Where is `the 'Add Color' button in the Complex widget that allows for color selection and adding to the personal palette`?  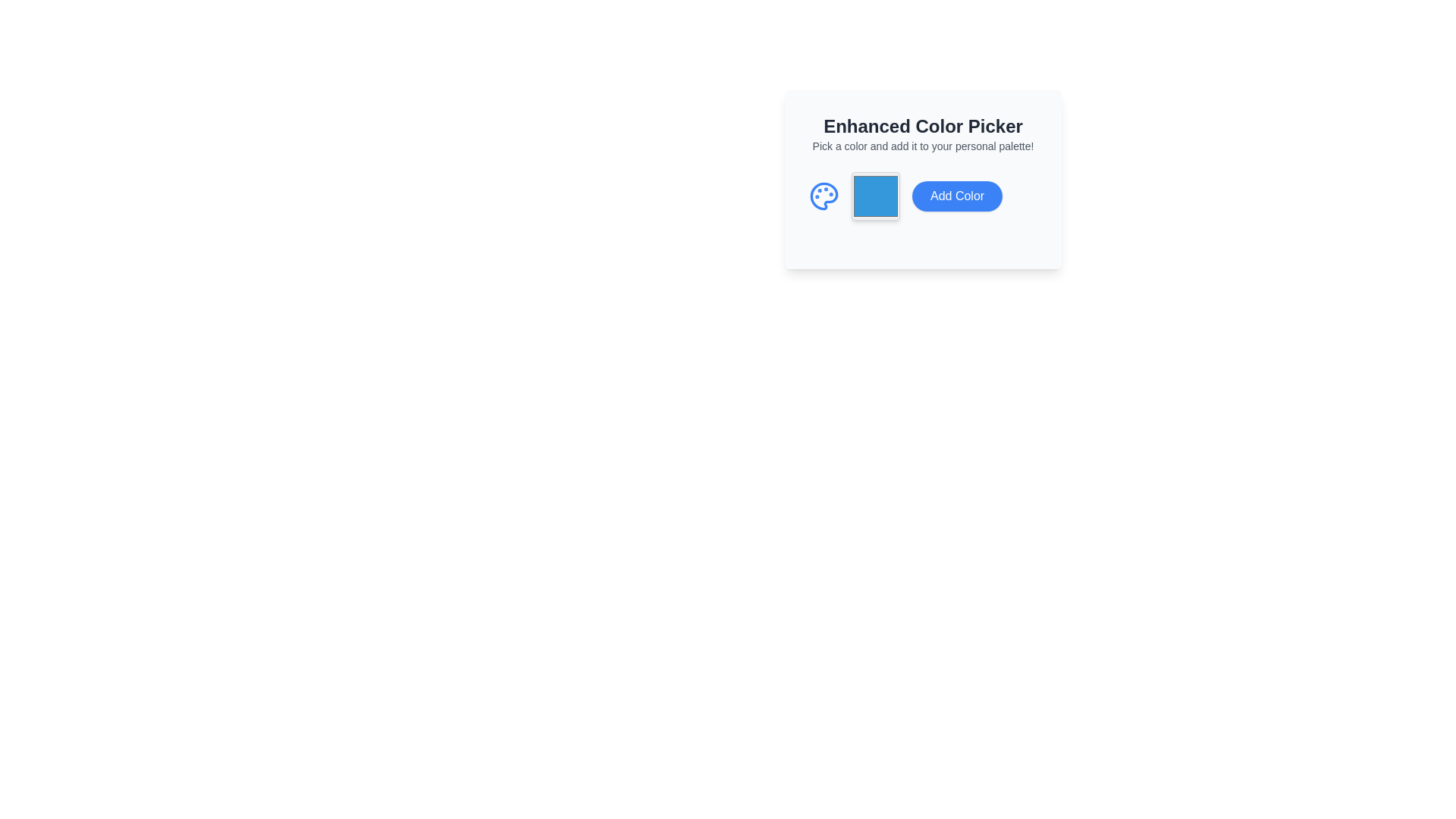
the 'Add Color' button in the Complex widget that allows for color selection and adding to the personal palette is located at coordinates (922, 178).